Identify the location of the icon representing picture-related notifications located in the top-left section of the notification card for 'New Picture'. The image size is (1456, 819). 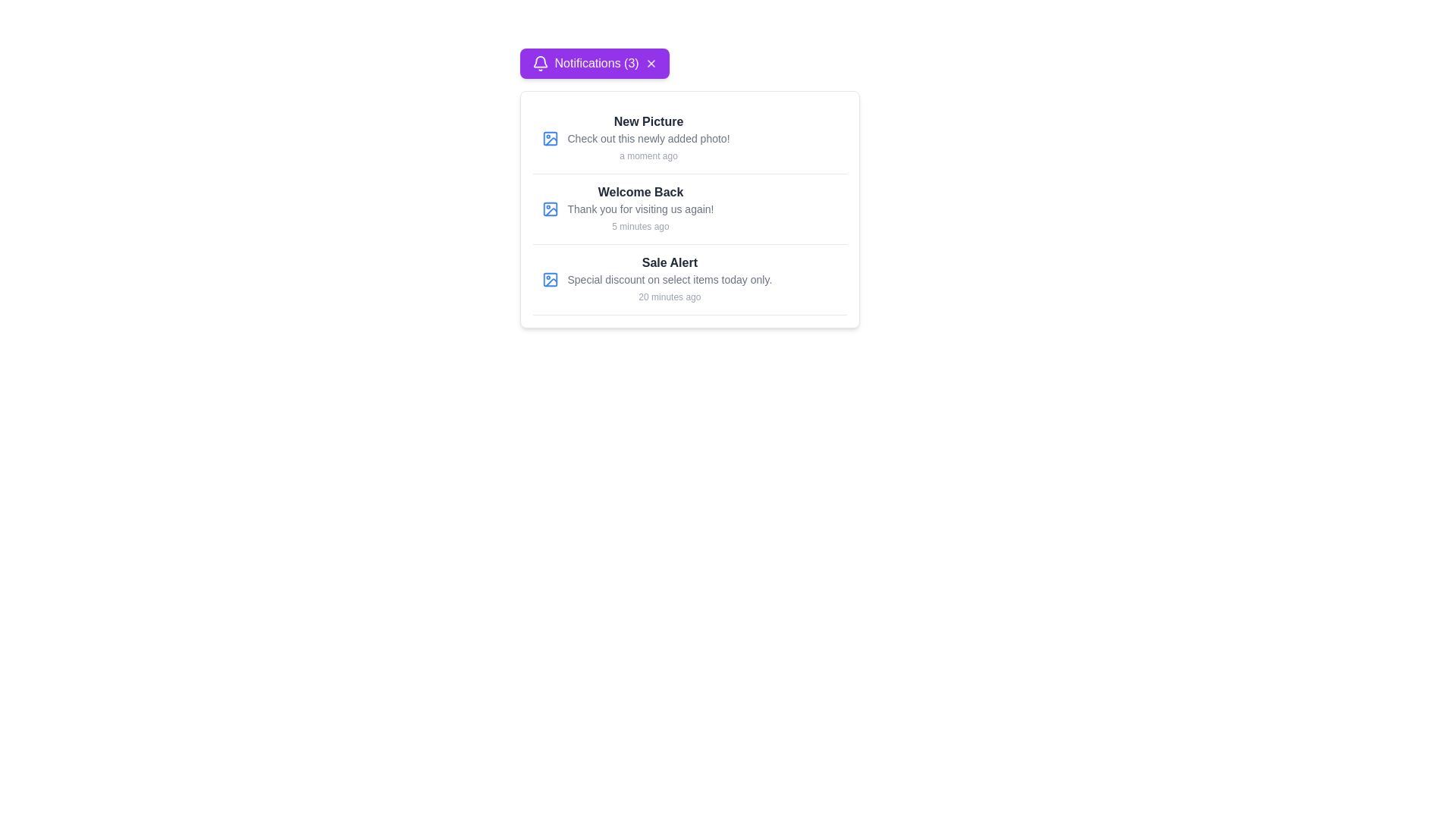
(549, 138).